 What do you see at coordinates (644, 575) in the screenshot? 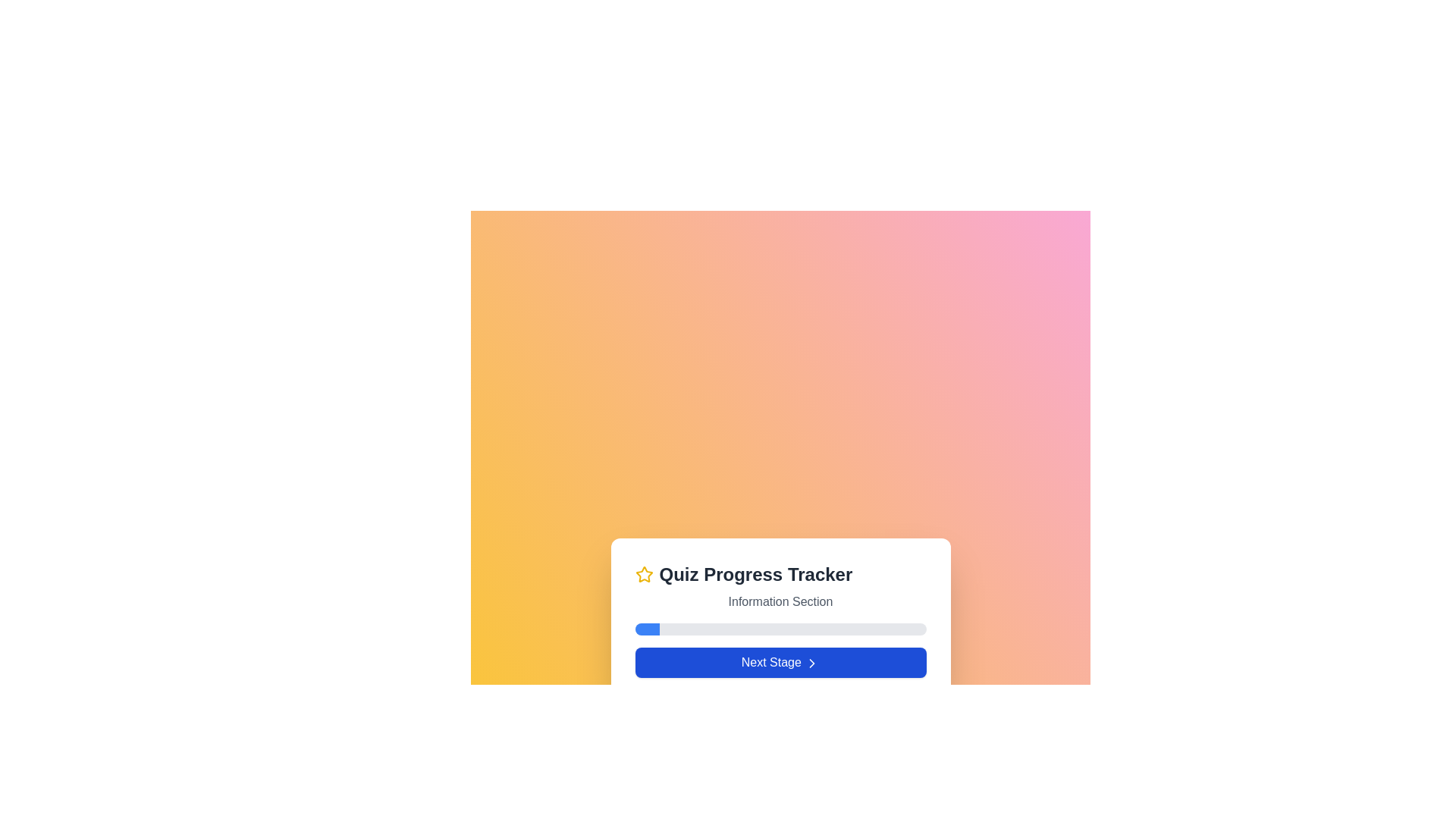
I see `the decorative star icon positioned at the top-left of the 'Quiz Progress Tracker' card, which emphasizes the purpose of the card` at bounding box center [644, 575].